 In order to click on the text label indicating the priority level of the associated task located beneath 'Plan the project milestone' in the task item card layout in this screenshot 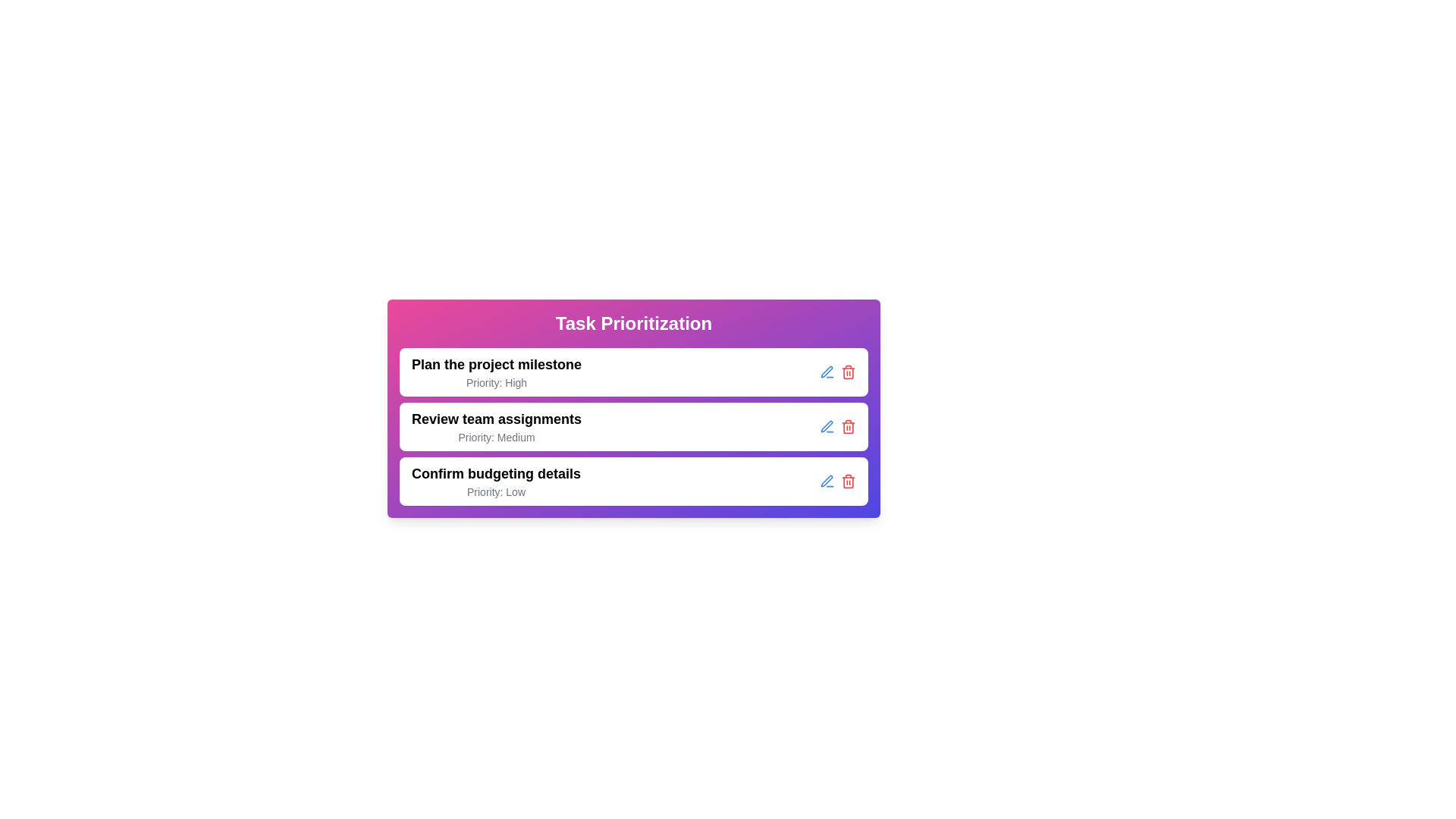, I will do `click(497, 382)`.